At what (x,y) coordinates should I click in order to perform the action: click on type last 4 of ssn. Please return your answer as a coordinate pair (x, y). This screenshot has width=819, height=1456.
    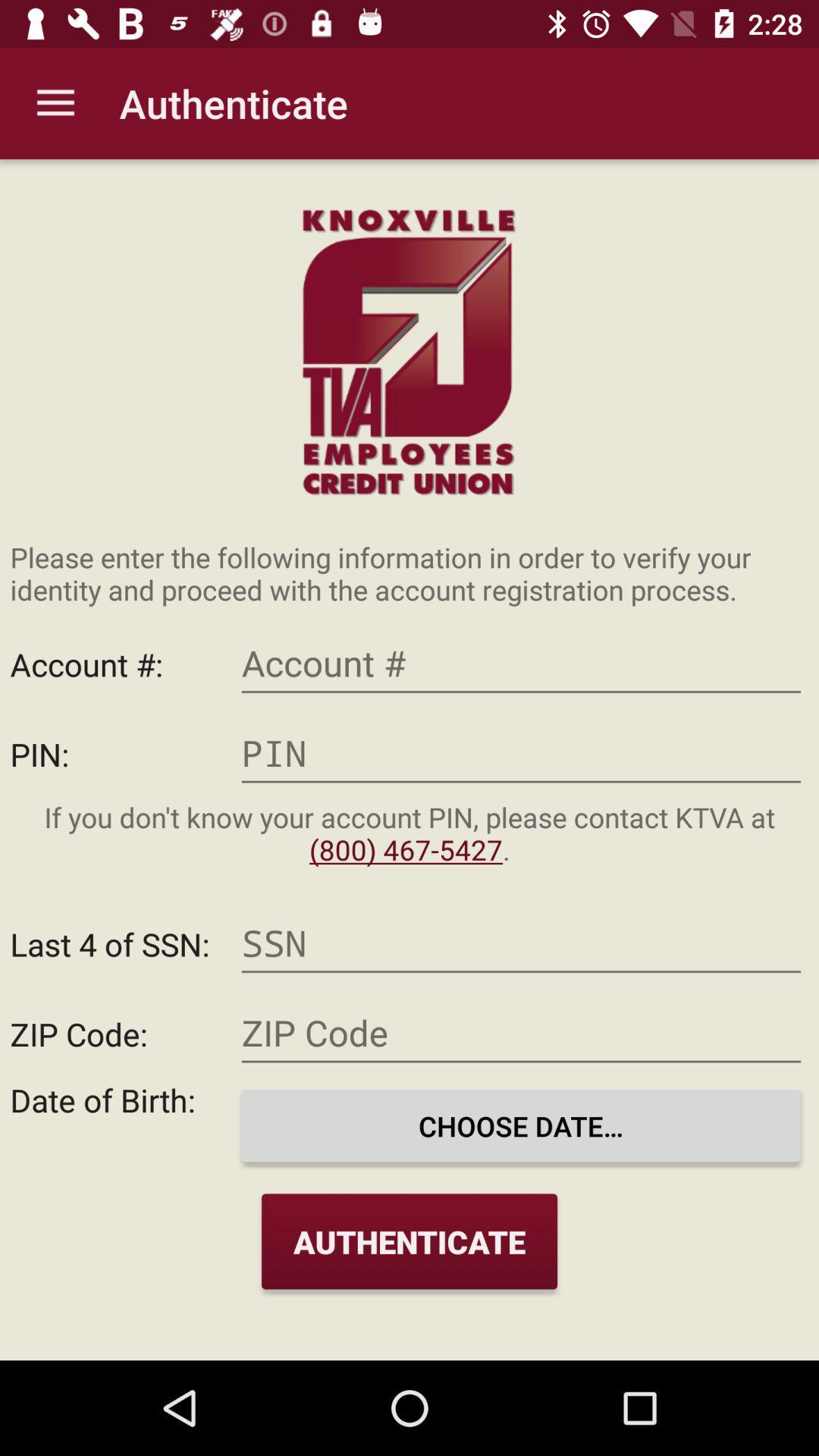
    Looking at the image, I should click on (520, 943).